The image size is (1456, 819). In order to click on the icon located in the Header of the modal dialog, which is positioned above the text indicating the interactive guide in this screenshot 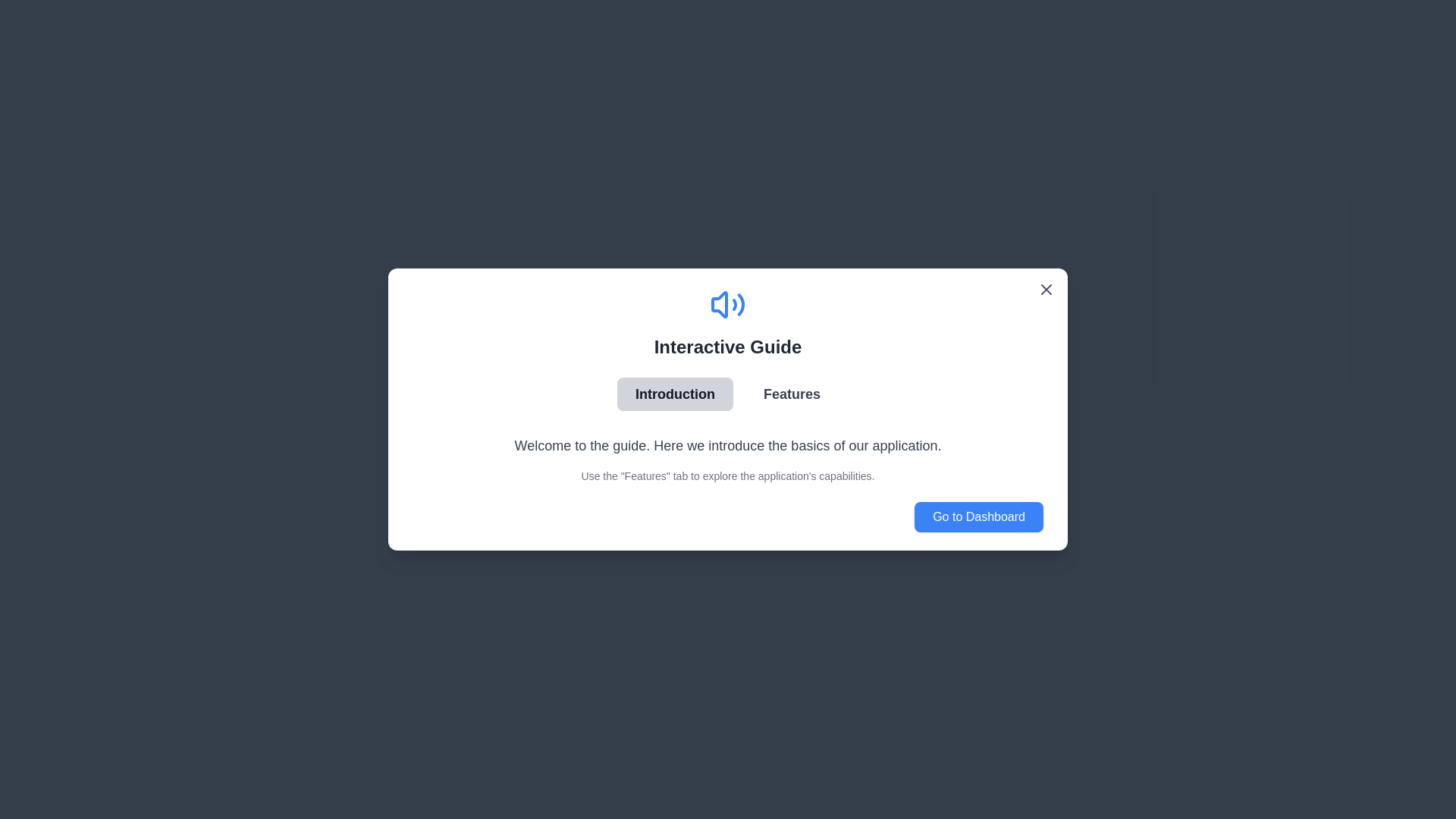, I will do `click(728, 322)`.